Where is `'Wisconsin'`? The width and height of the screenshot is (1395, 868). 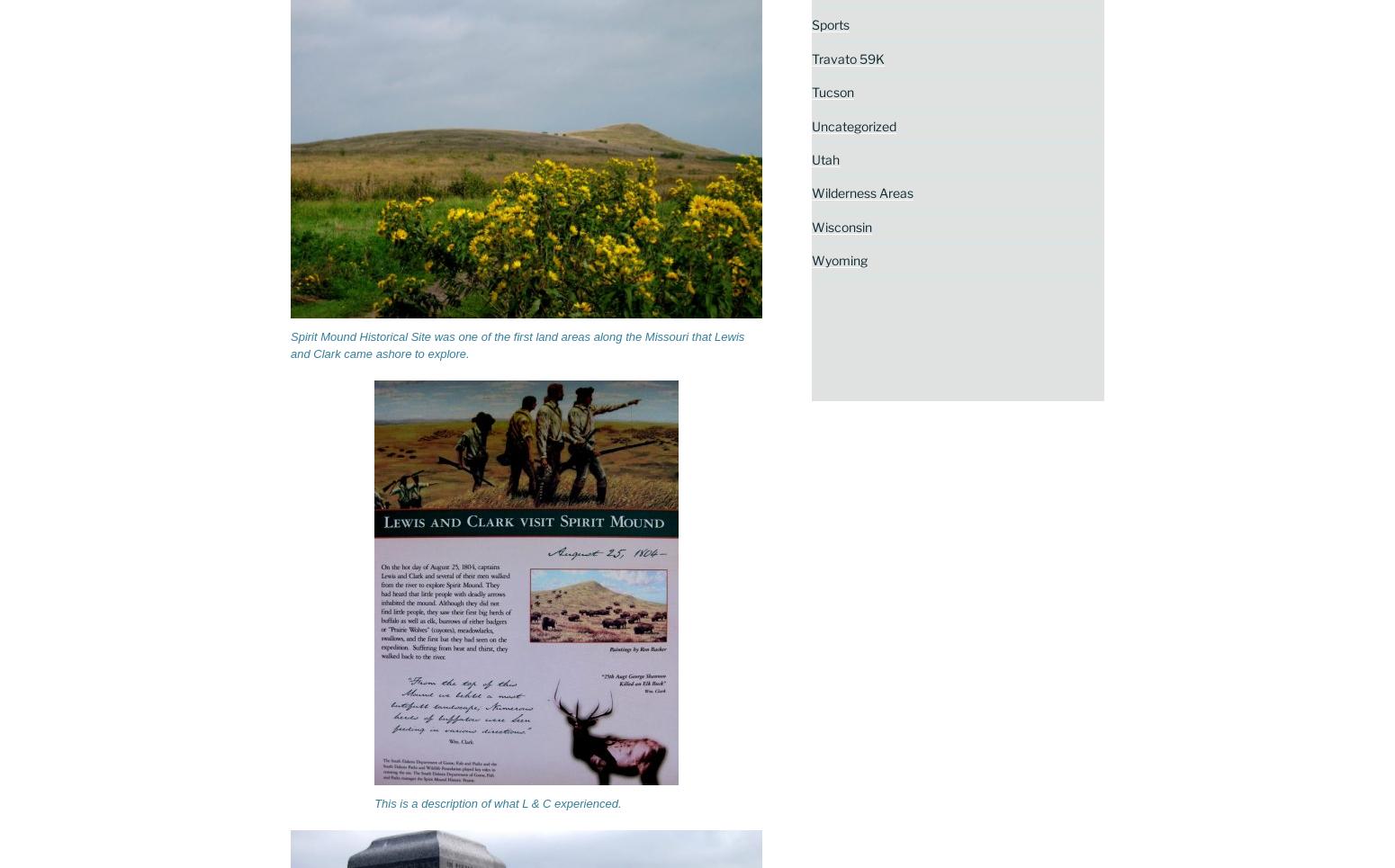 'Wisconsin' is located at coordinates (840, 225).